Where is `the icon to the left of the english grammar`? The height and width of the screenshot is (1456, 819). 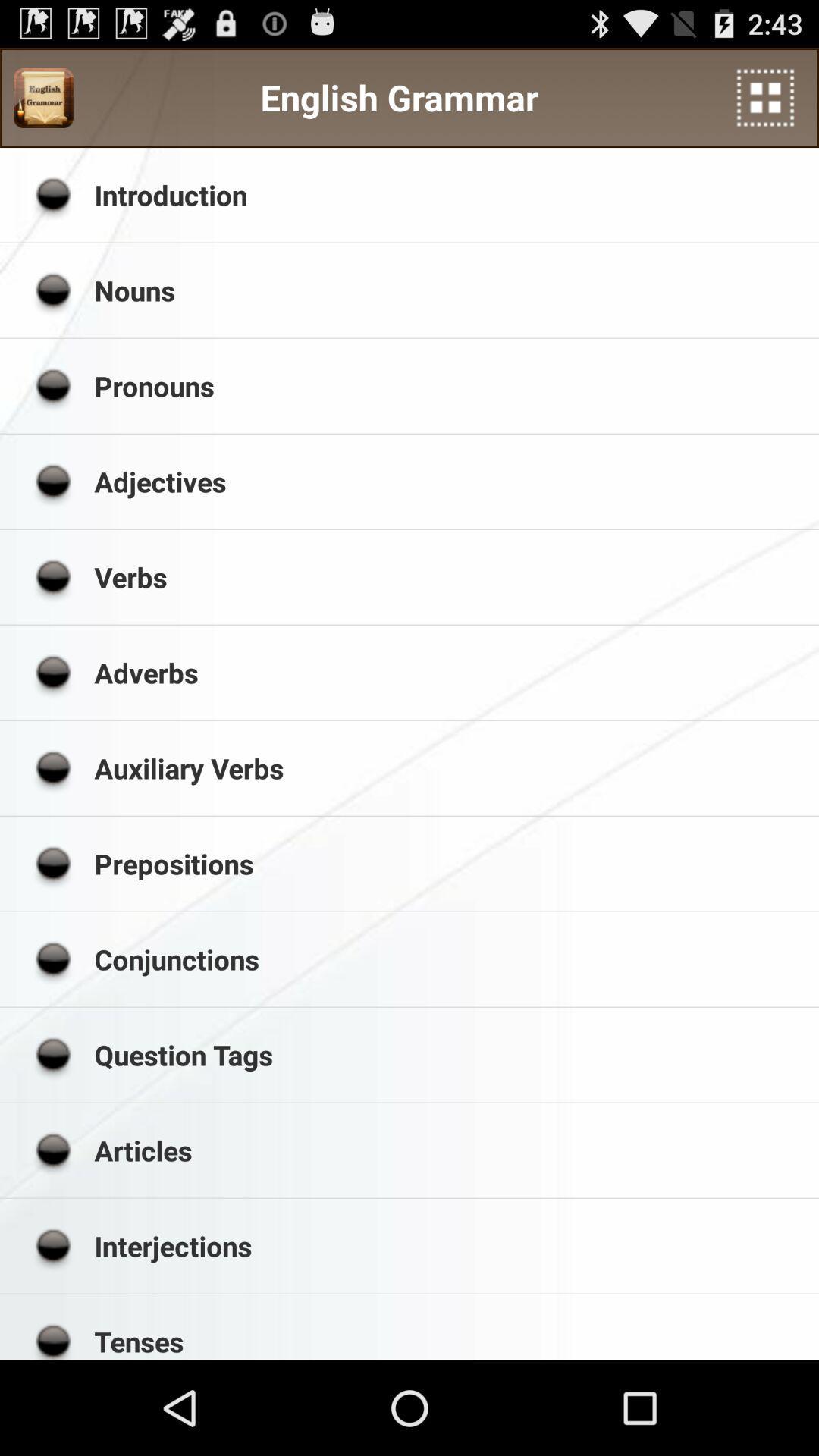 the icon to the left of the english grammar is located at coordinates (42, 97).